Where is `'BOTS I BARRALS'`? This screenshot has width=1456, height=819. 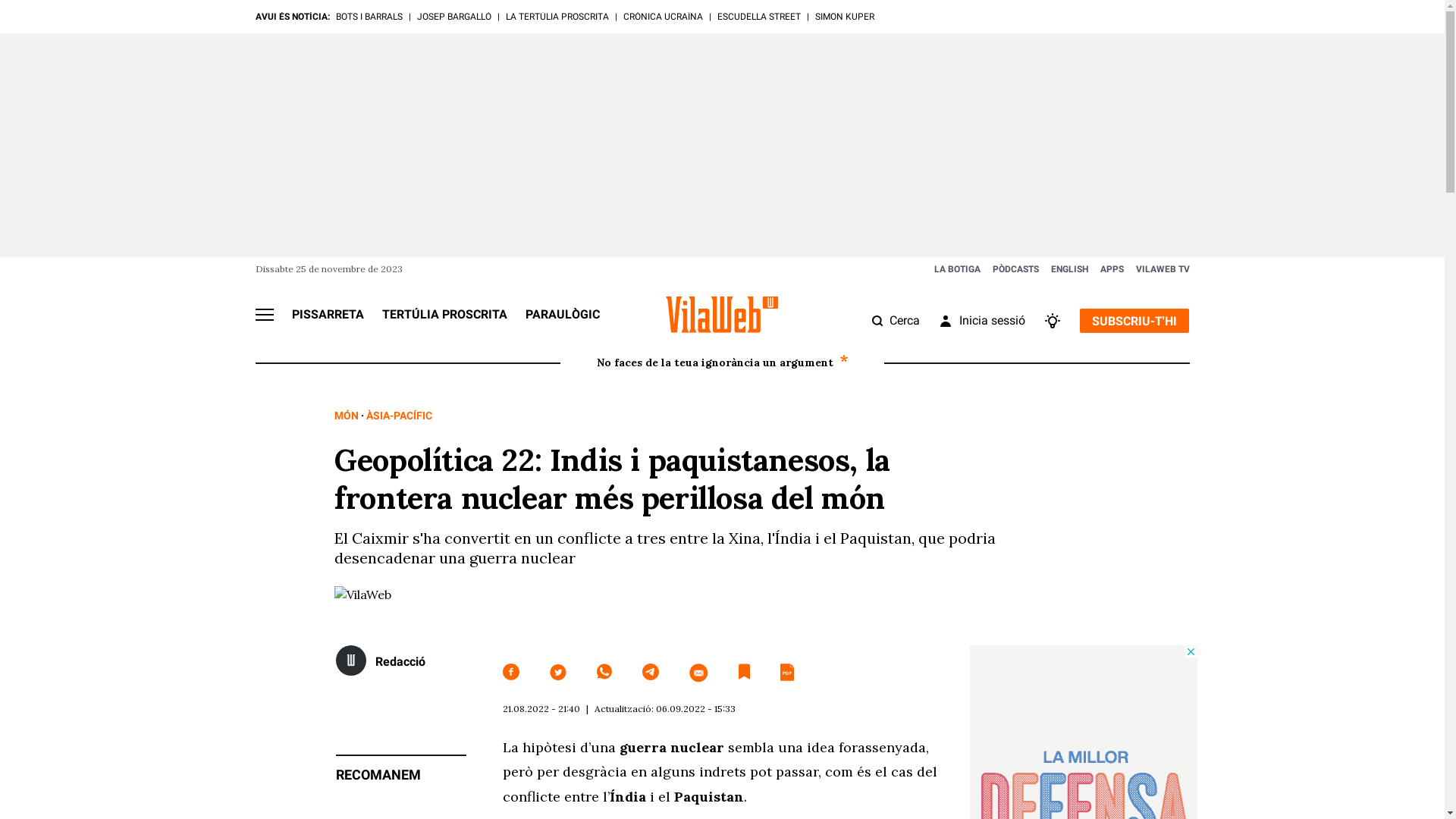
'BOTS I BARRALS' is located at coordinates (368, 17).